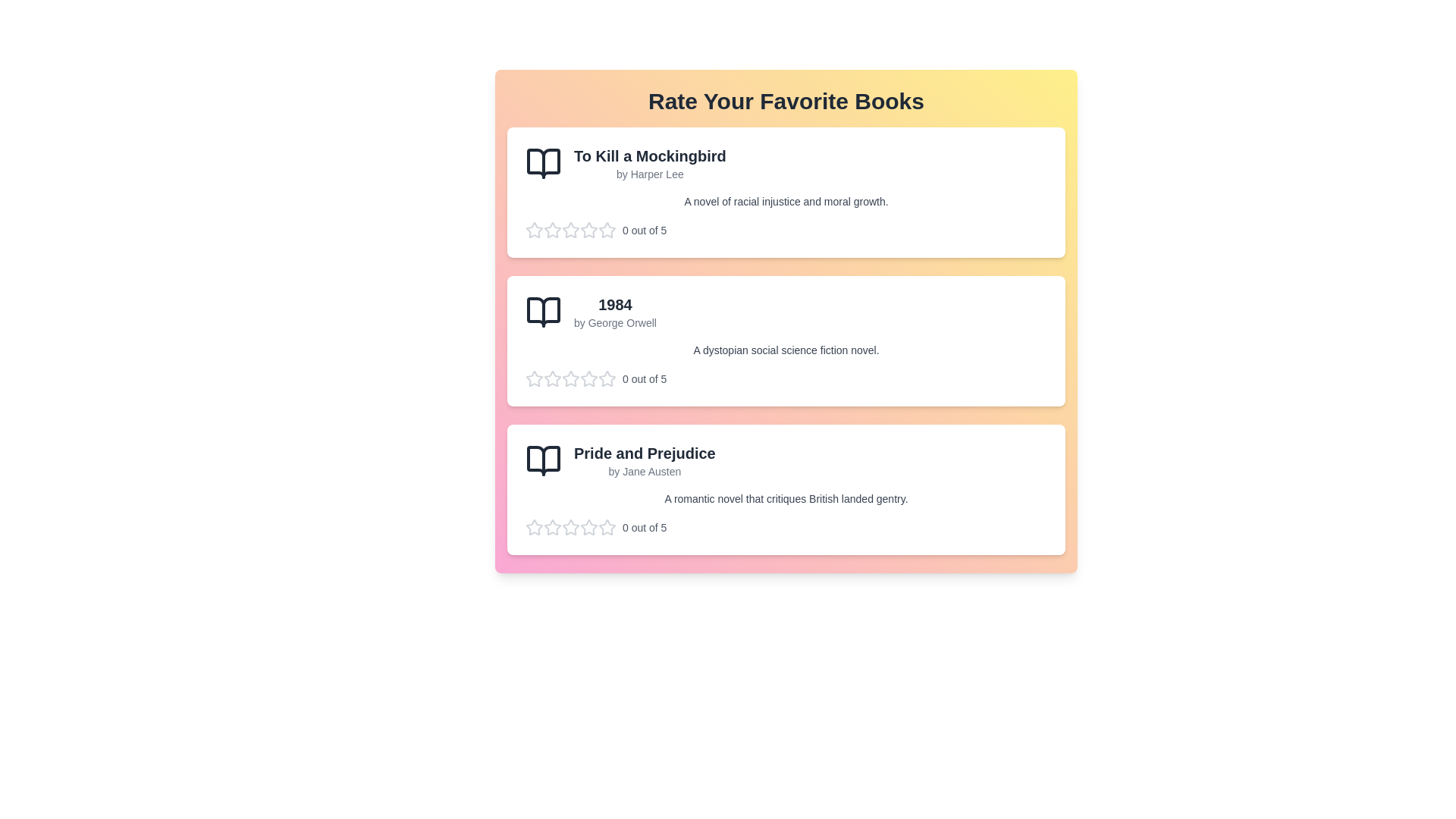  What do you see at coordinates (645, 526) in the screenshot?
I see `the text label reading '0 out of 5', which is positioned to the right of the rating stars for 'Pride and Prejudice' in the 'Rate Your Favorite Books' section` at bounding box center [645, 526].